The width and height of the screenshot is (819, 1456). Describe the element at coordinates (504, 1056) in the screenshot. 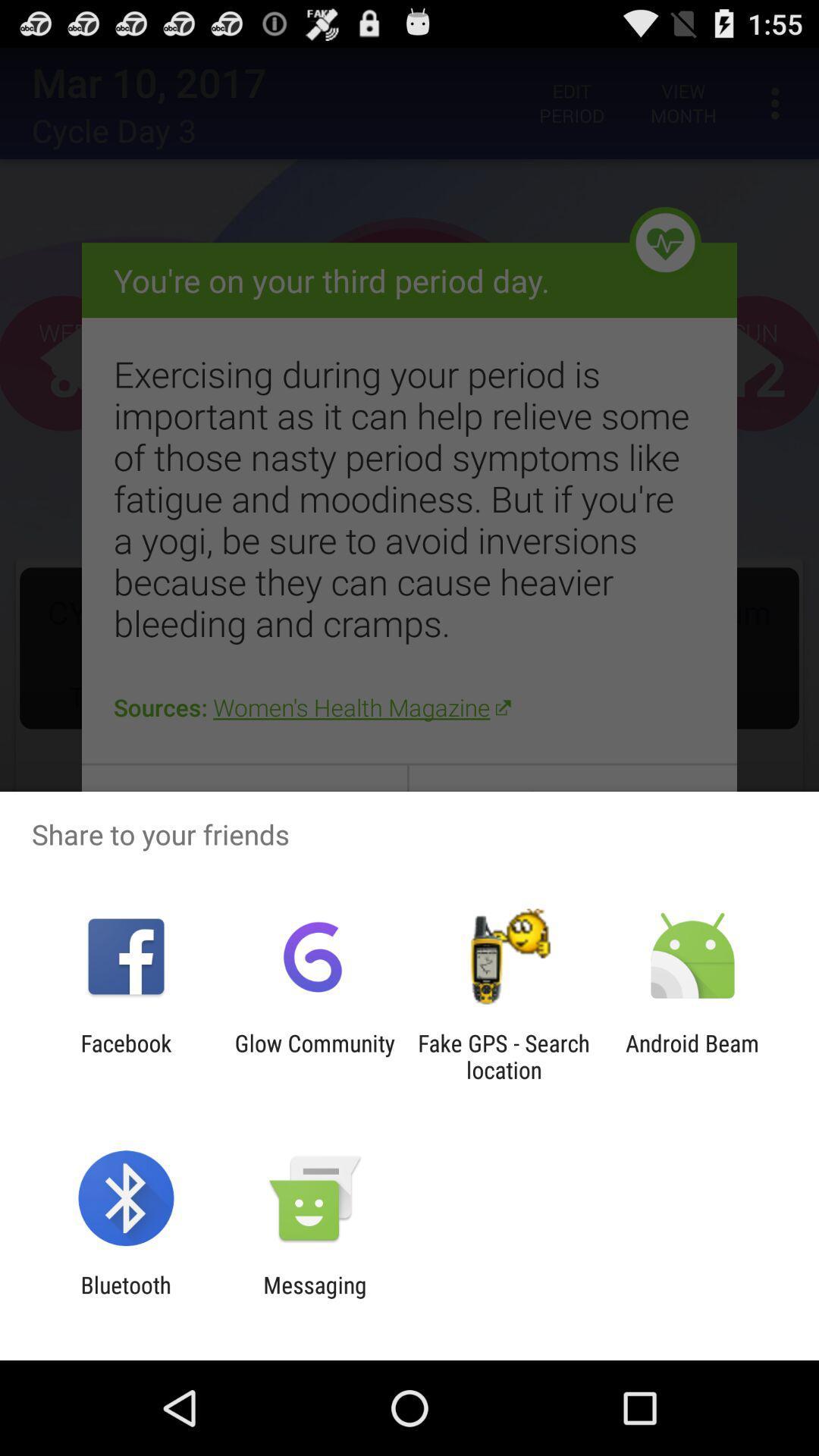

I see `fake gps search` at that location.